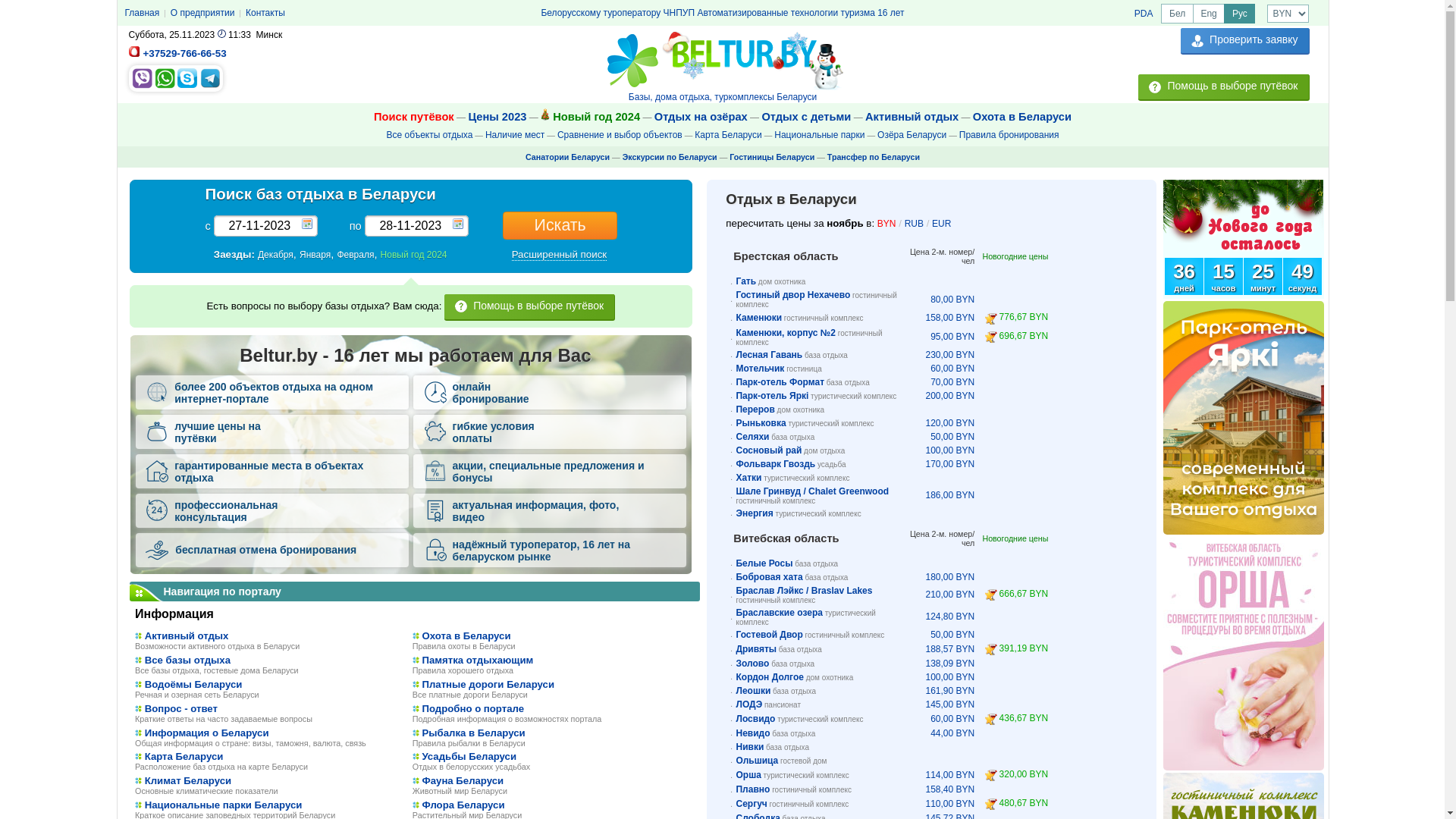  I want to click on '44,00 BYN', so click(952, 733).